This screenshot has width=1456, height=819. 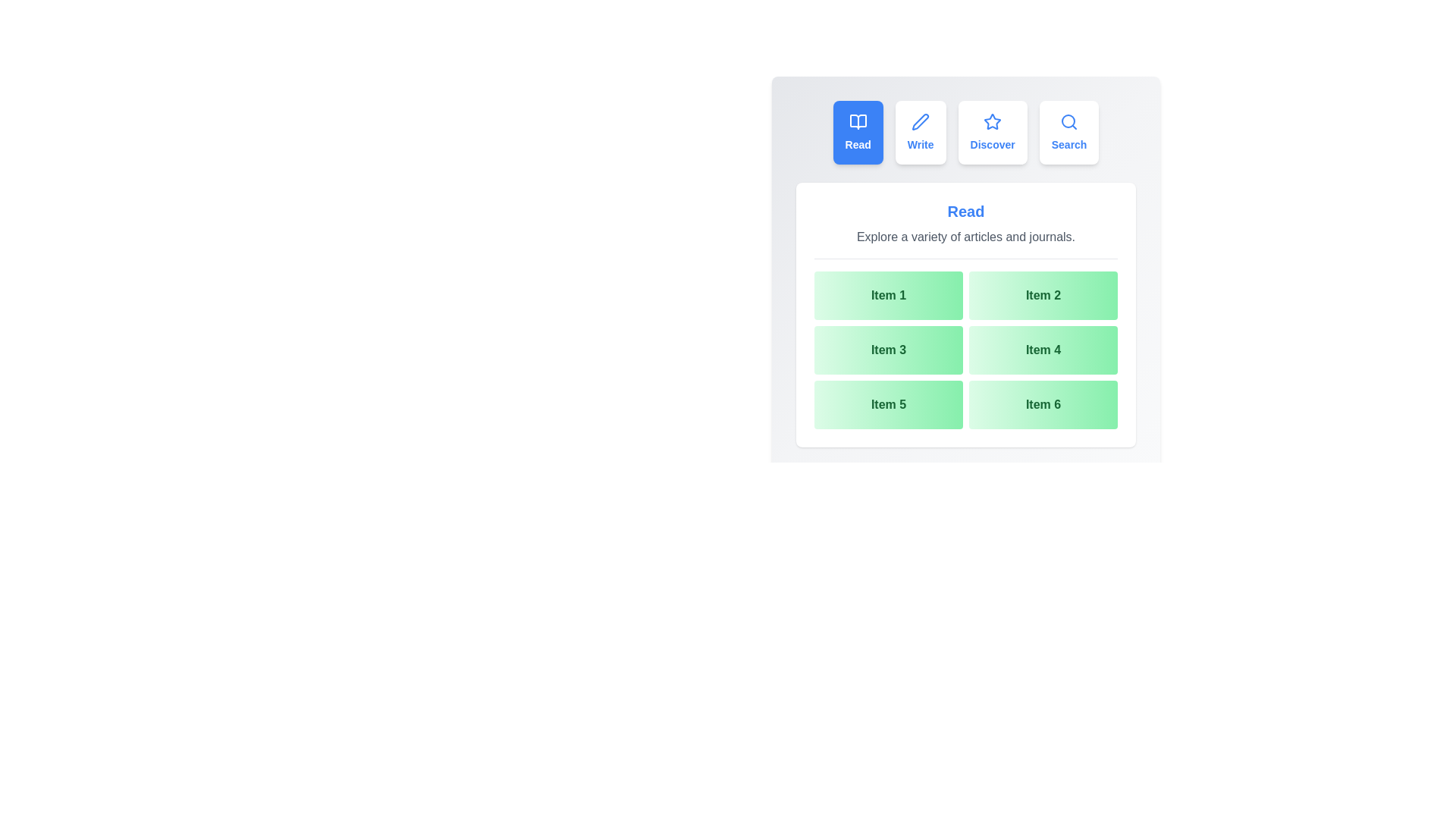 I want to click on the tab labeled Write to preview its hover effect, so click(x=920, y=131).